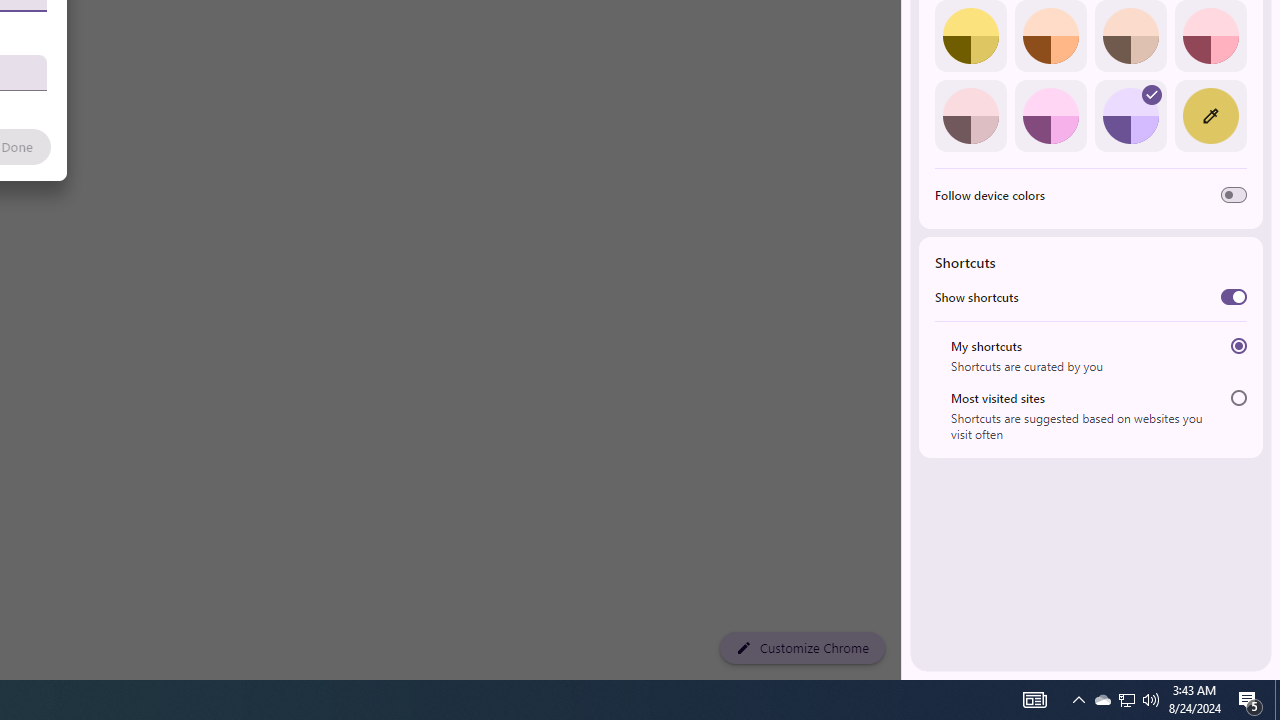  Describe the element at coordinates (1130, 115) in the screenshot. I see `'Violet'` at that location.